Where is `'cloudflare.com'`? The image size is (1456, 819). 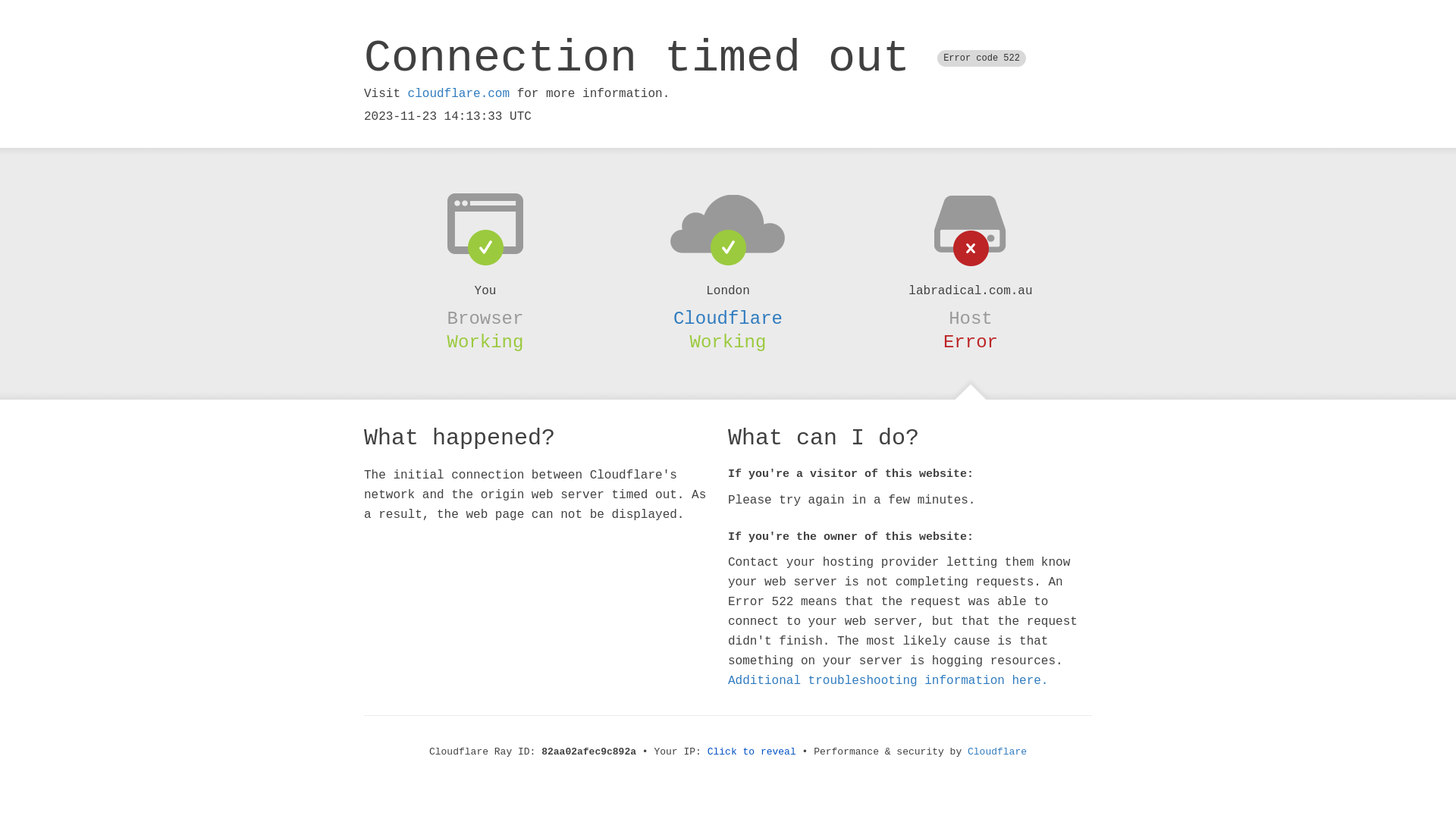
'cloudflare.com' is located at coordinates (407, 93).